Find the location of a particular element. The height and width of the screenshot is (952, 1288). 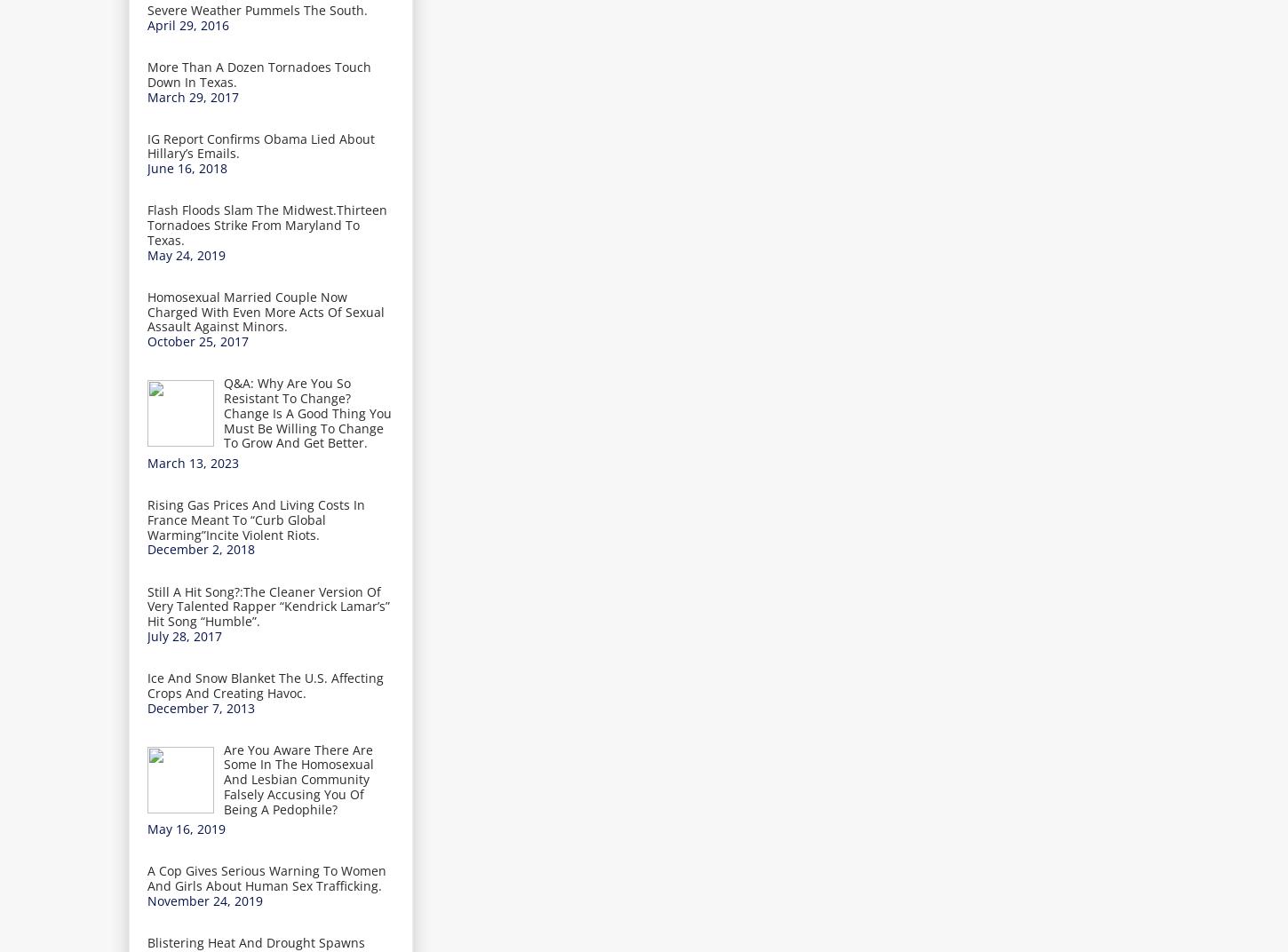

'A Cop Gives Serious Warning To Women And Girls About Human Sex Trafficking.' is located at coordinates (147, 877).